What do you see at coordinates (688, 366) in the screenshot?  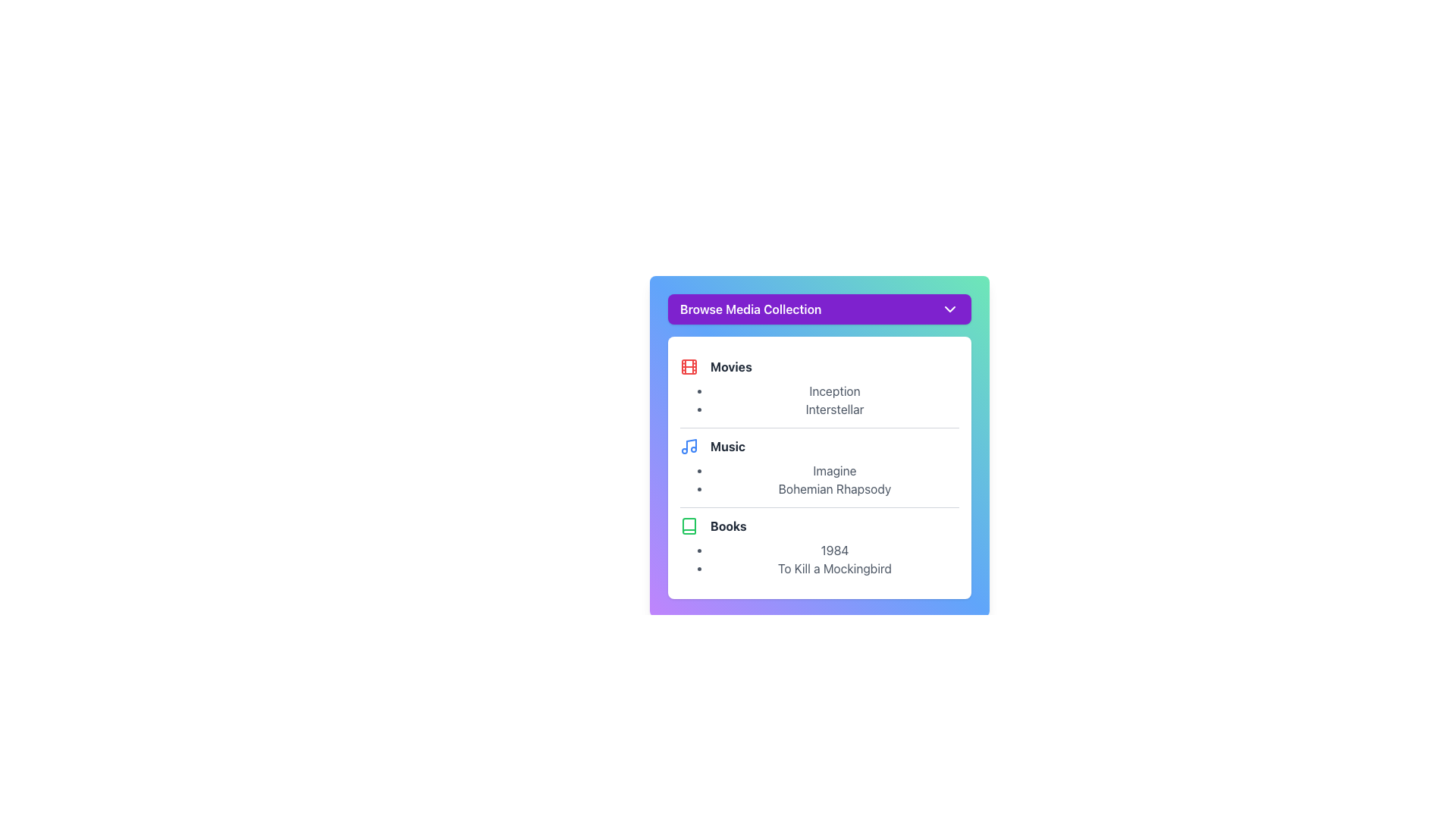 I see `the 'Movies' category icon located at the top left of the media collection browsing panel, adjacent to the text 'Movies'` at bounding box center [688, 366].